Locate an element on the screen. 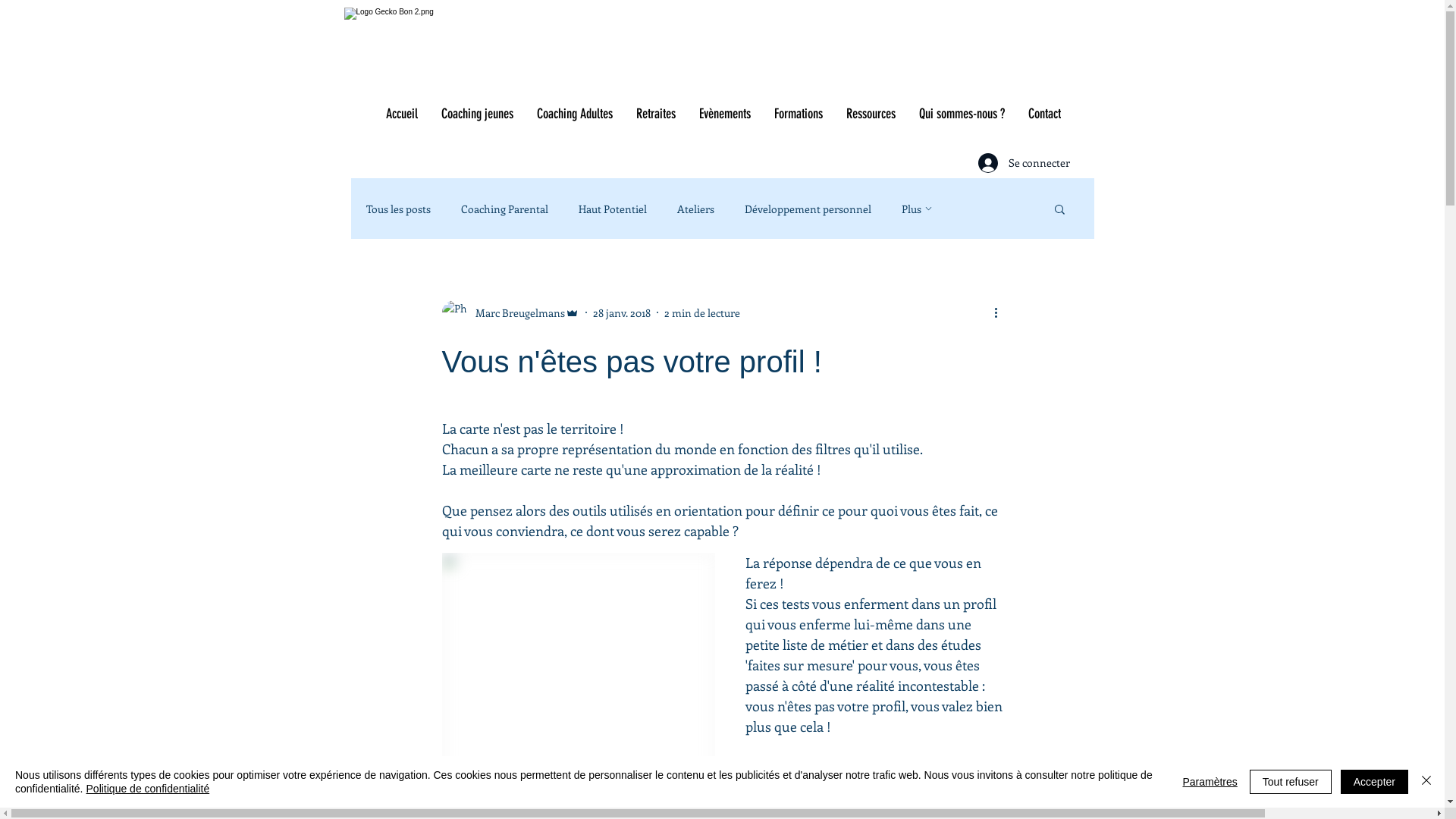  'Se connecter' is located at coordinates (1024, 163).